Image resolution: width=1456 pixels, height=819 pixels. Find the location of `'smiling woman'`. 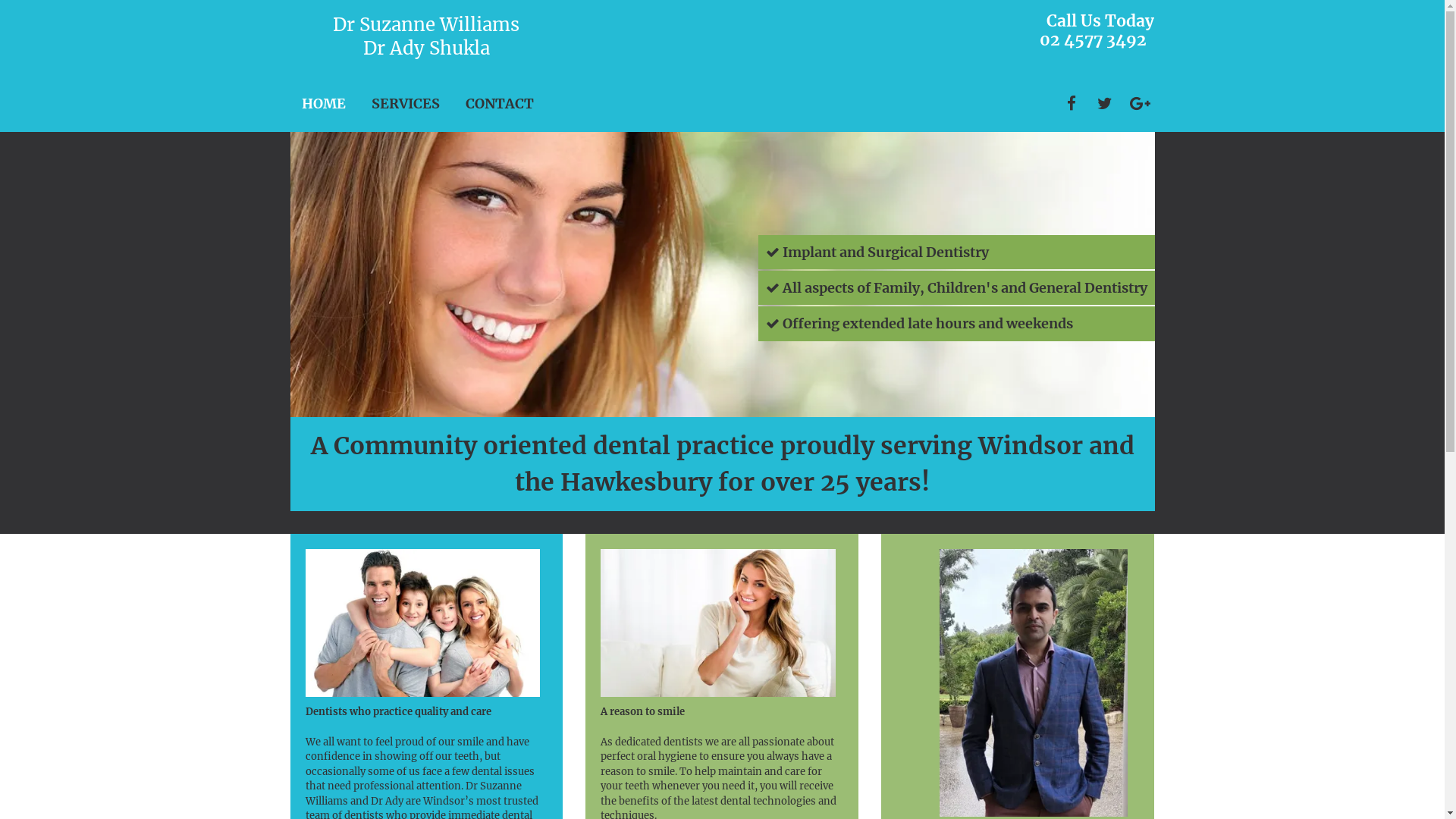

'smiling woman' is located at coordinates (717, 623).